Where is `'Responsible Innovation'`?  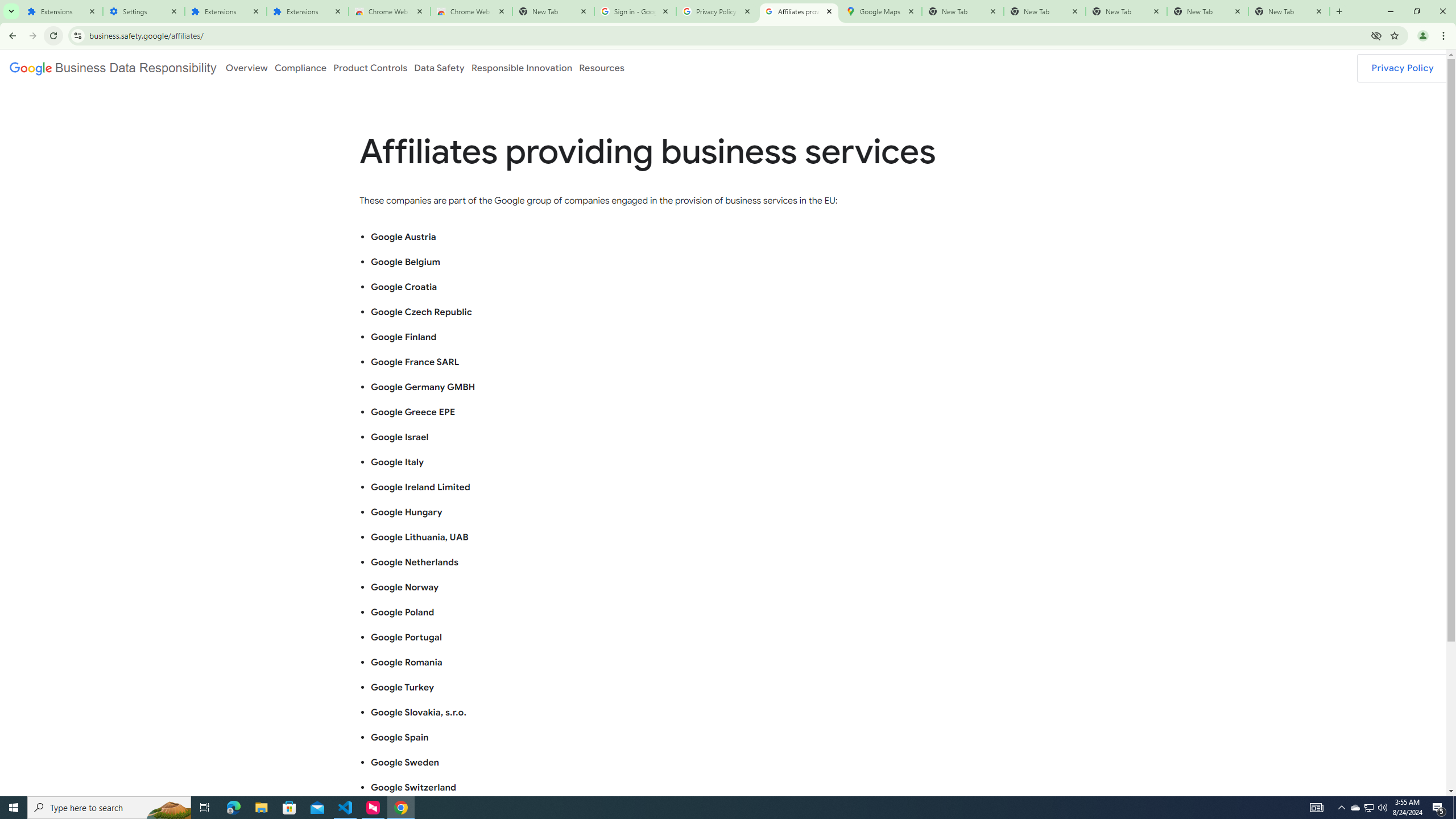 'Responsible Innovation' is located at coordinates (522, 67).